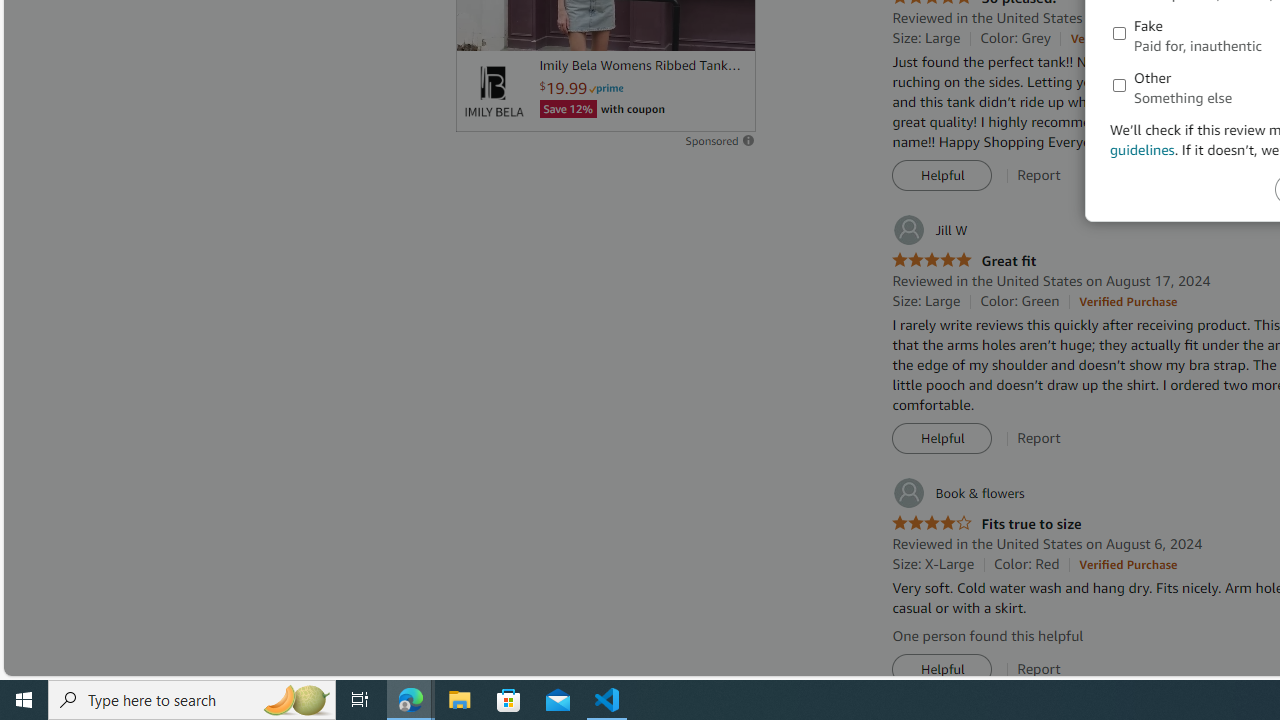 The height and width of the screenshot is (720, 1280). Describe the element at coordinates (957, 493) in the screenshot. I see `'Book & flowers'` at that location.